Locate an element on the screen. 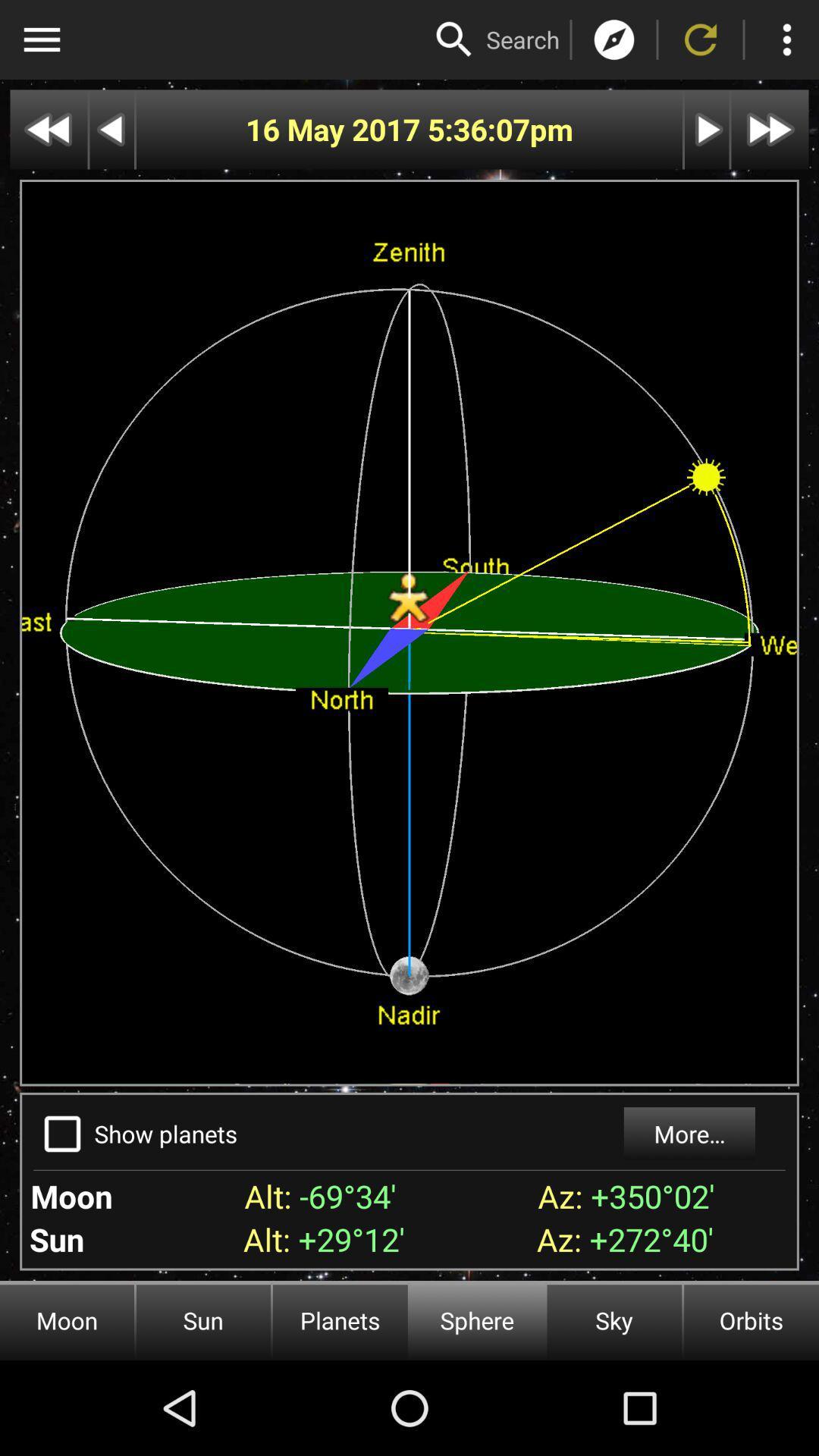  settings is located at coordinates (786, 39).